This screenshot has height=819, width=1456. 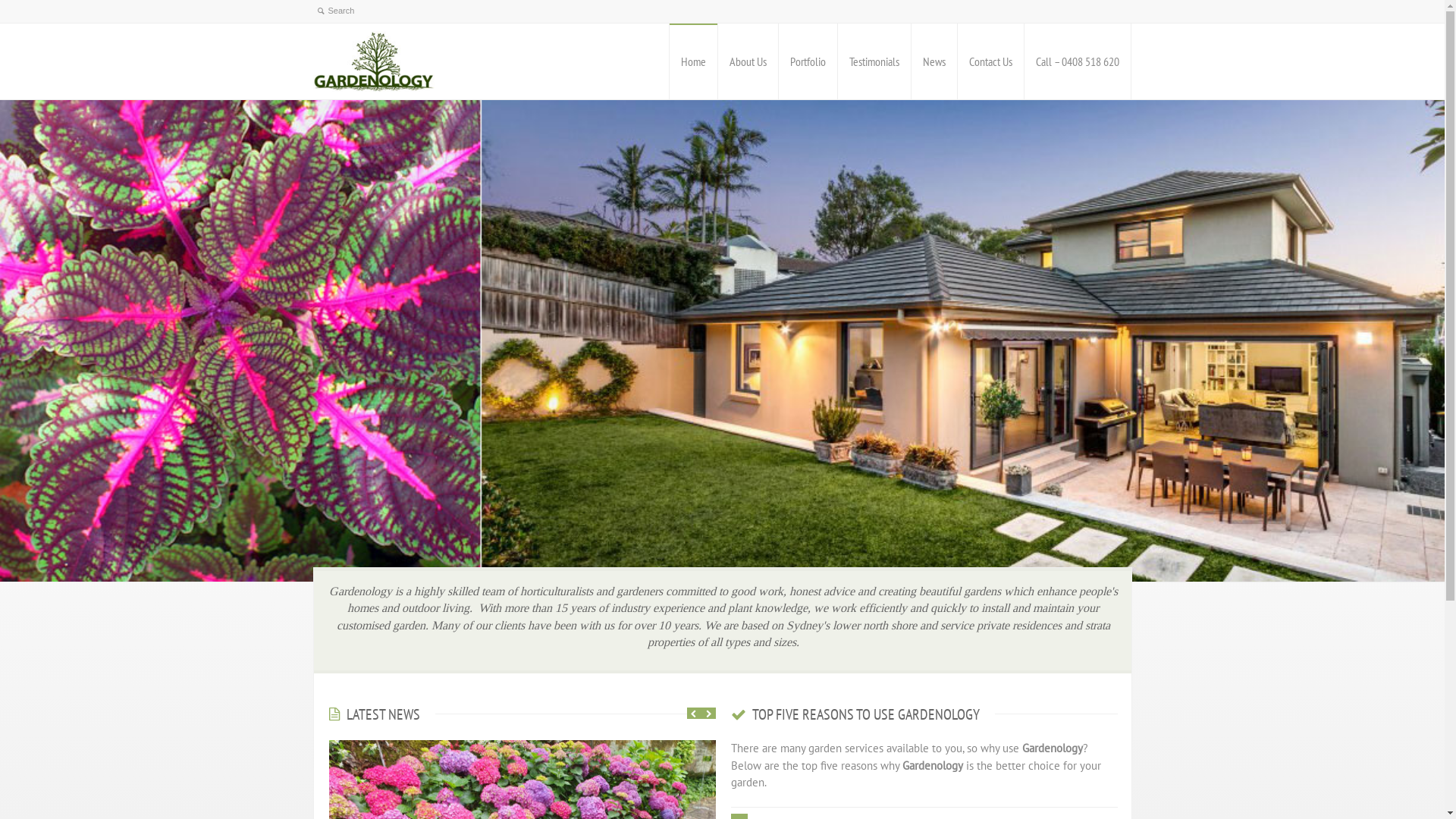 What do you see at coordinates (692, 61) in the screenshot?
I see `'Home'` at bounding box center [692, 61].